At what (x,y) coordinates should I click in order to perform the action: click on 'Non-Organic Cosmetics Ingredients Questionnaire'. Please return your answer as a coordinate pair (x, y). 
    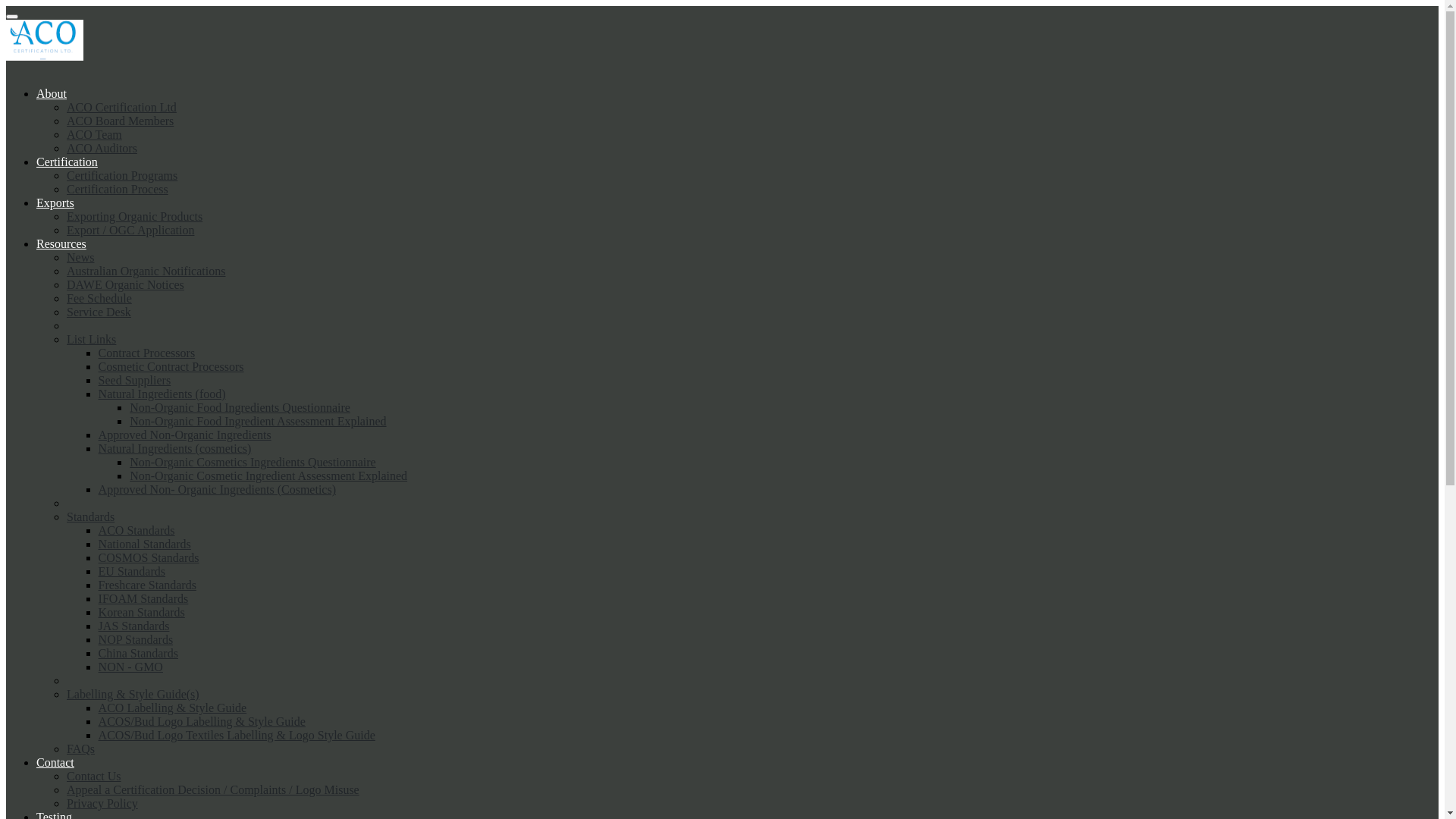
    Looking at the image, I should click on (253, 461).